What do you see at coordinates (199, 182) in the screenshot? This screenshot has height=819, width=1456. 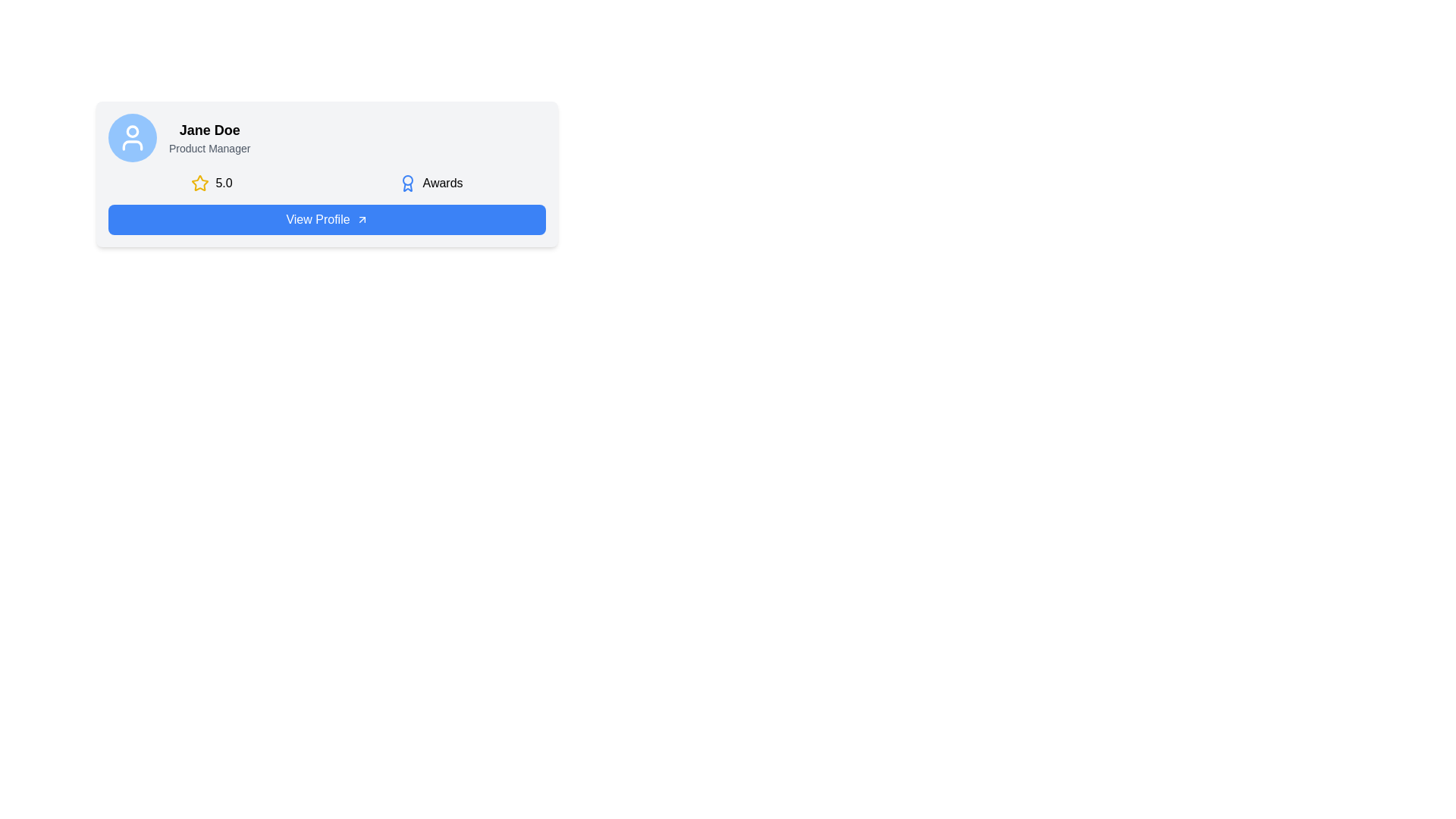 I see `the SVG icon representing a rating or award, which is visually indicative of the numeric text value '5.0' next to it` at bounding box center [199, 182].